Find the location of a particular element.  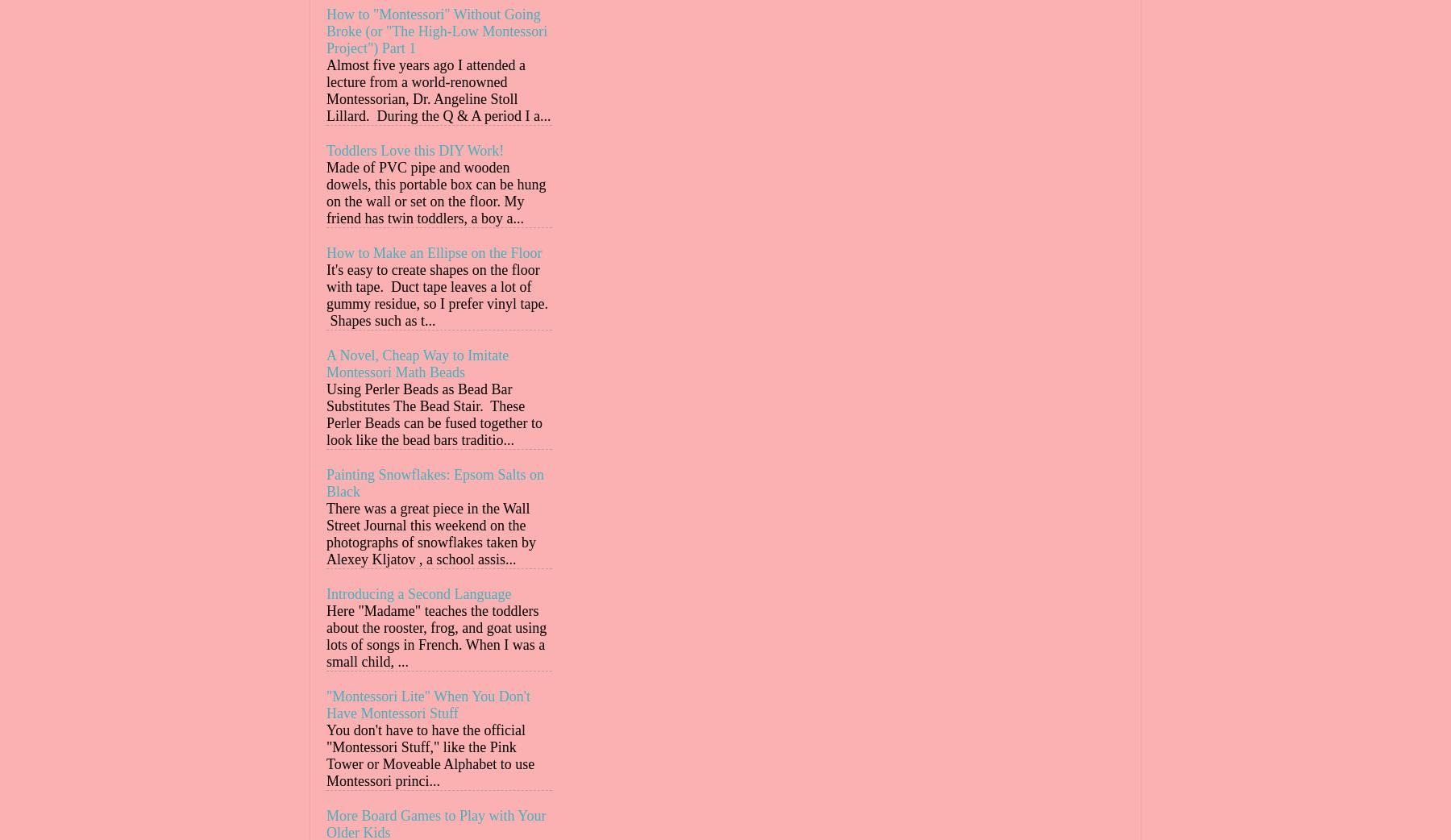

'You don't have to have the official "Montessori Stuff," like the Pink Tower or Moveable Alphabet to use Montessori princi...' is located at coordinates (430, 755).